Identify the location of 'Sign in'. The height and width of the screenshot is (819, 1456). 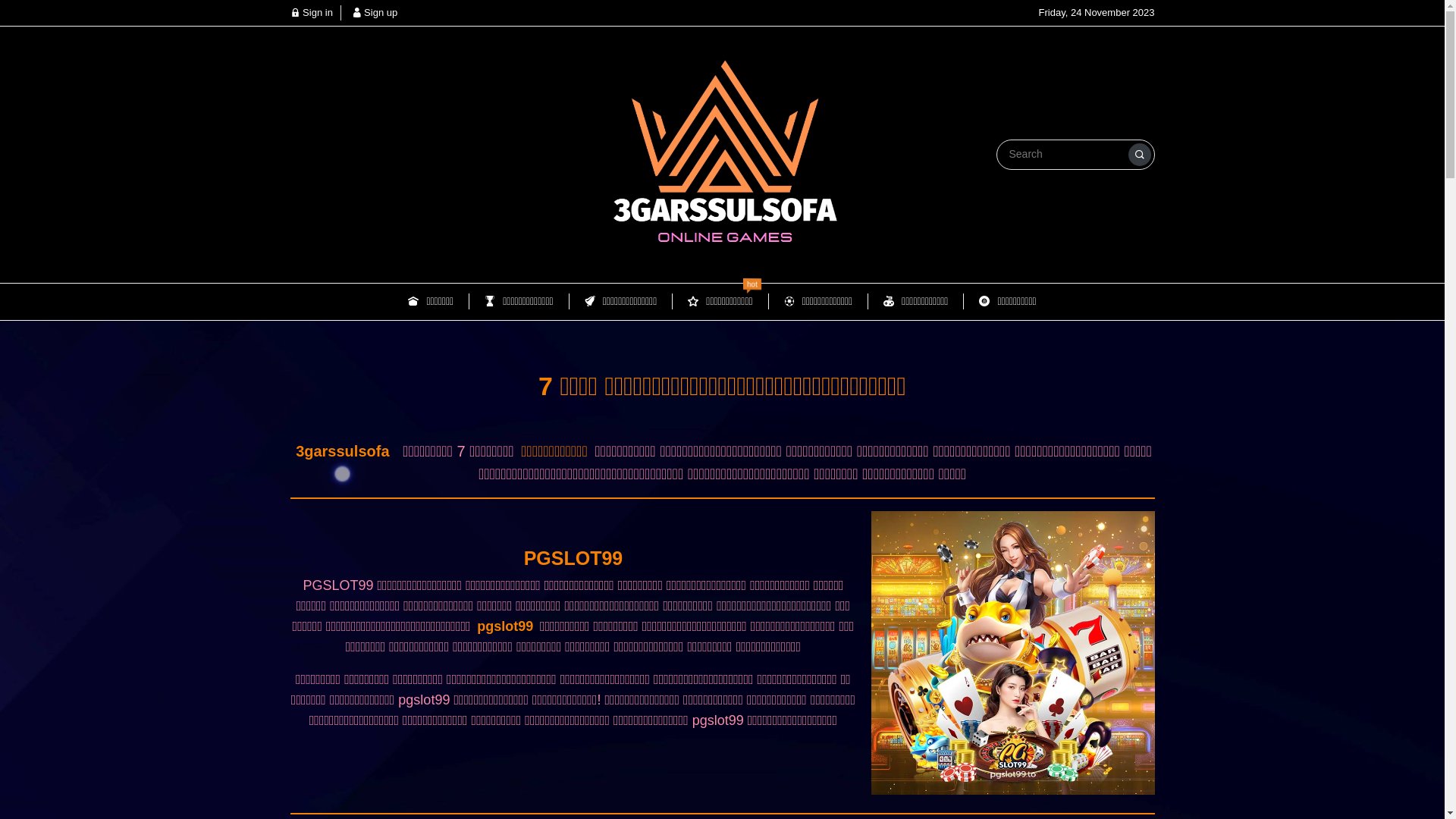
(309, 12).